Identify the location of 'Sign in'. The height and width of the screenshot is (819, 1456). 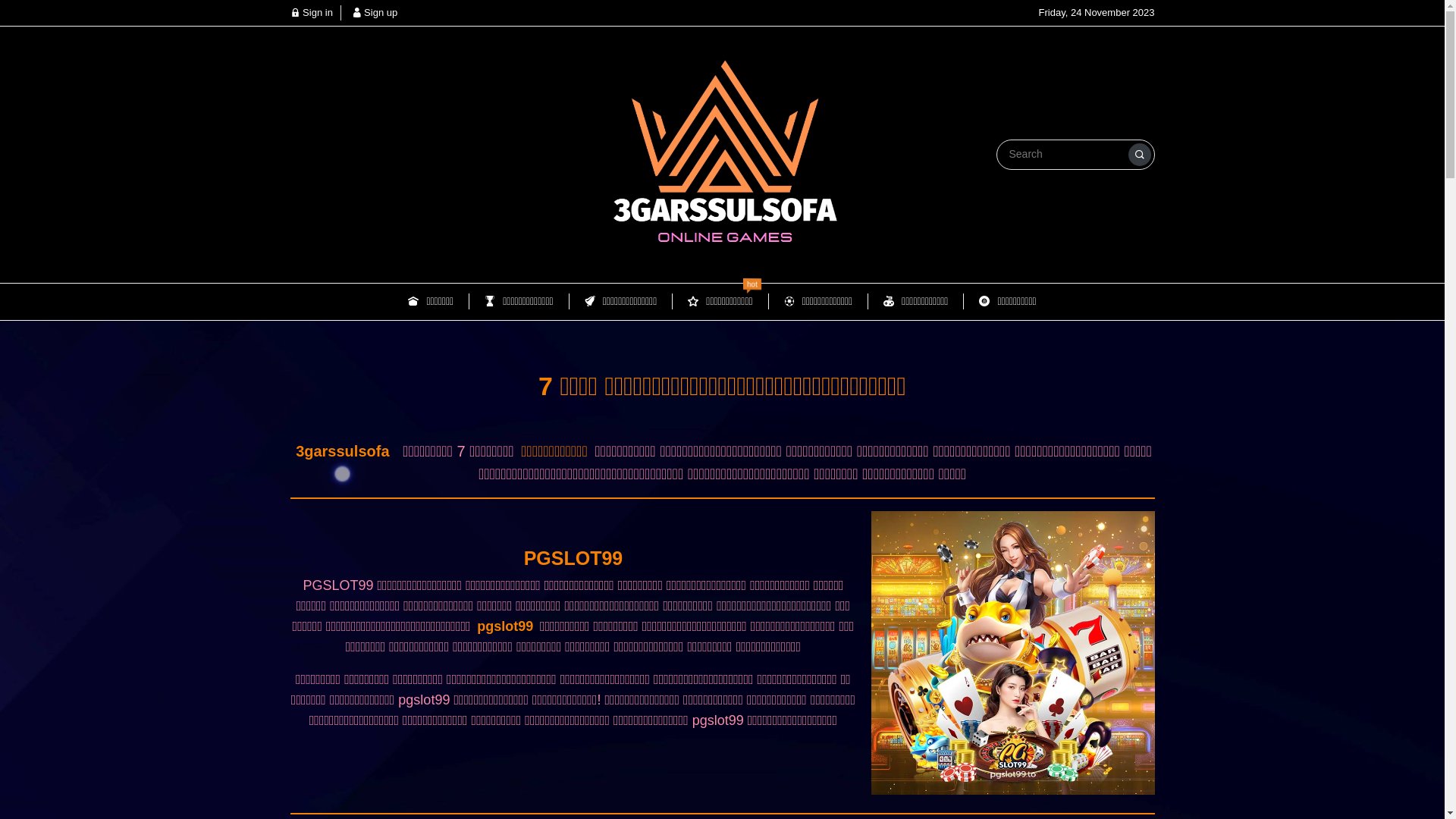
(309, 12).